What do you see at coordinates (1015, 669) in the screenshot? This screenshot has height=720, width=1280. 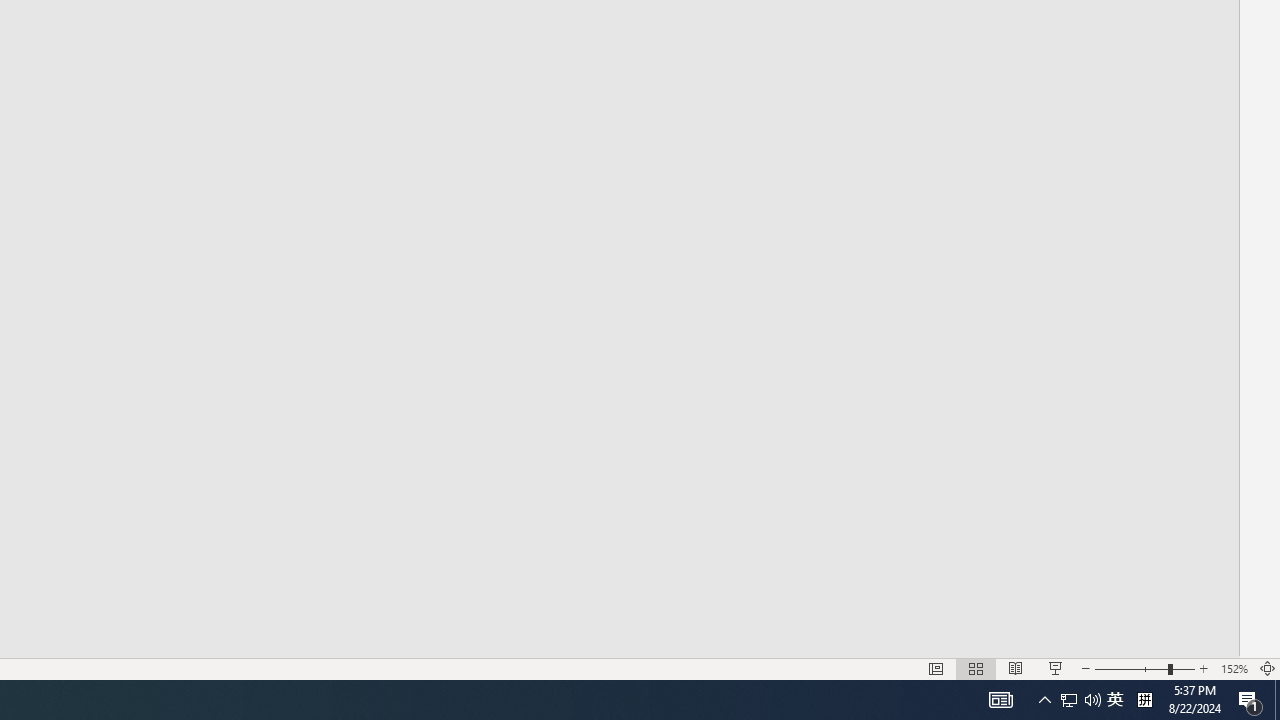 I see `'Reading View'` at bounding box center [1015, 669].